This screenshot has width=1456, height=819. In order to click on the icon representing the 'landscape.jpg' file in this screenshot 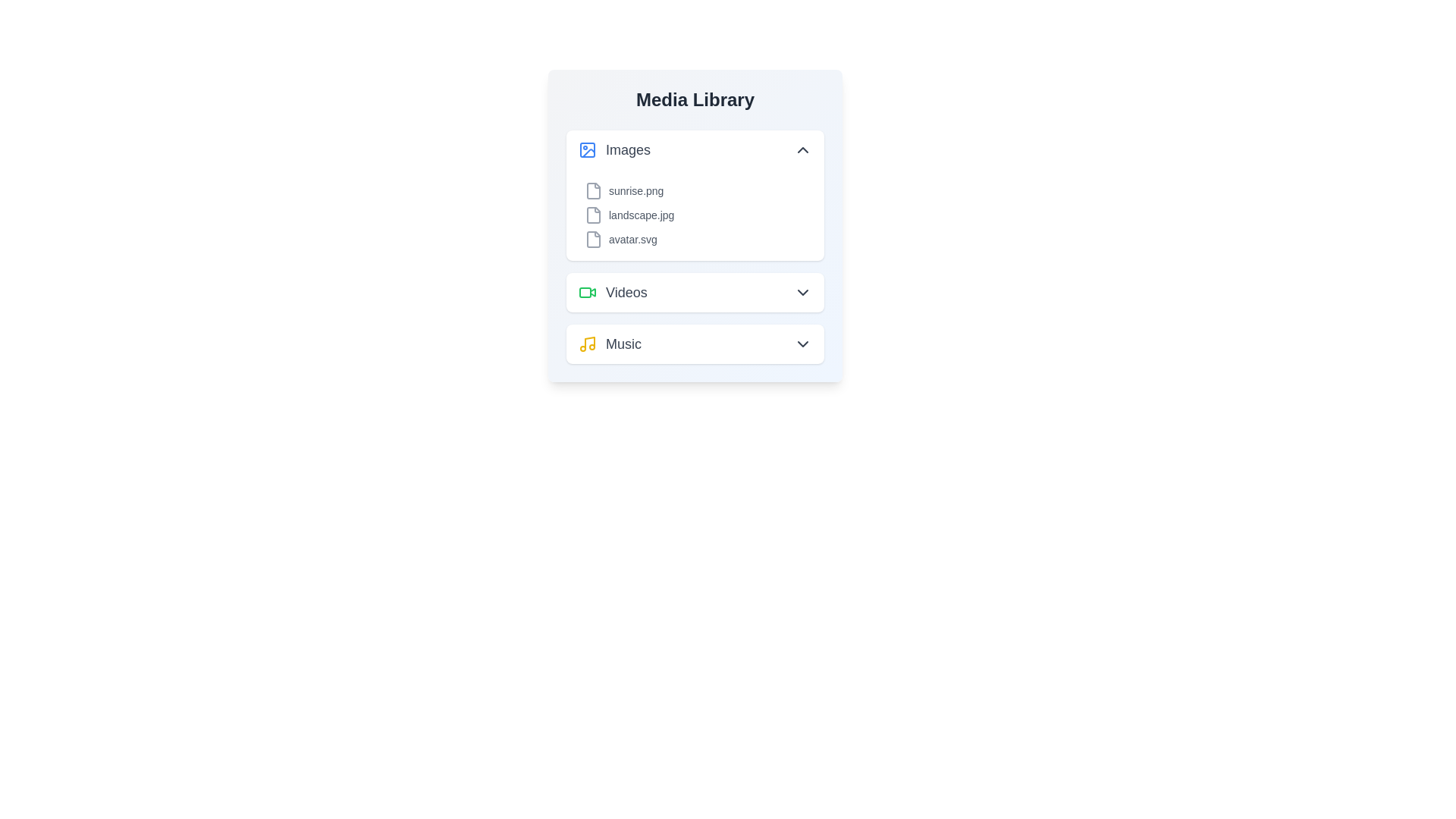, I will do `click(592, 215)`.